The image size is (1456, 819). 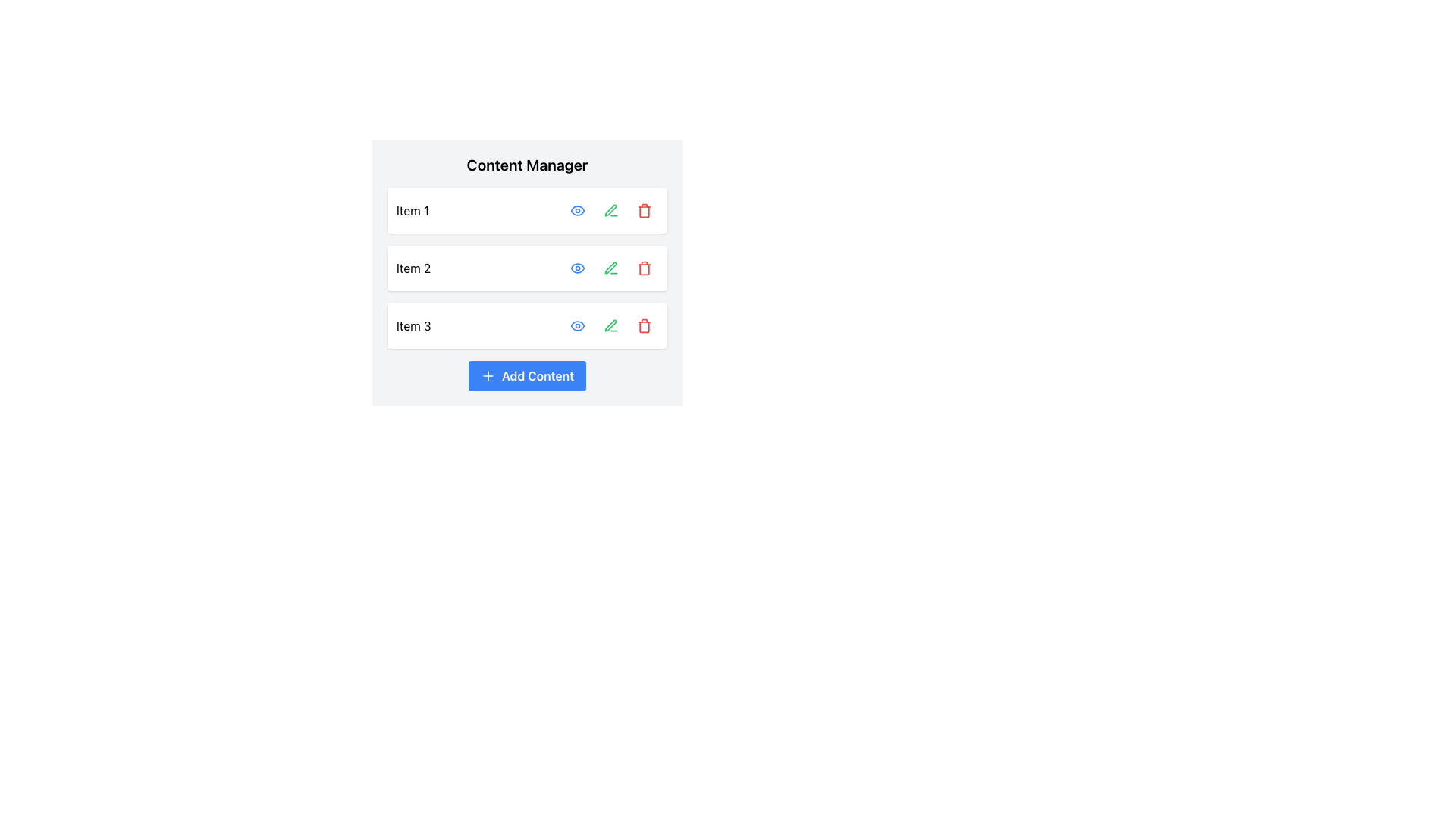 I want to click on the trash icon element, which signifies a delete function for the first content item in the list, so click(x=644, y=211).